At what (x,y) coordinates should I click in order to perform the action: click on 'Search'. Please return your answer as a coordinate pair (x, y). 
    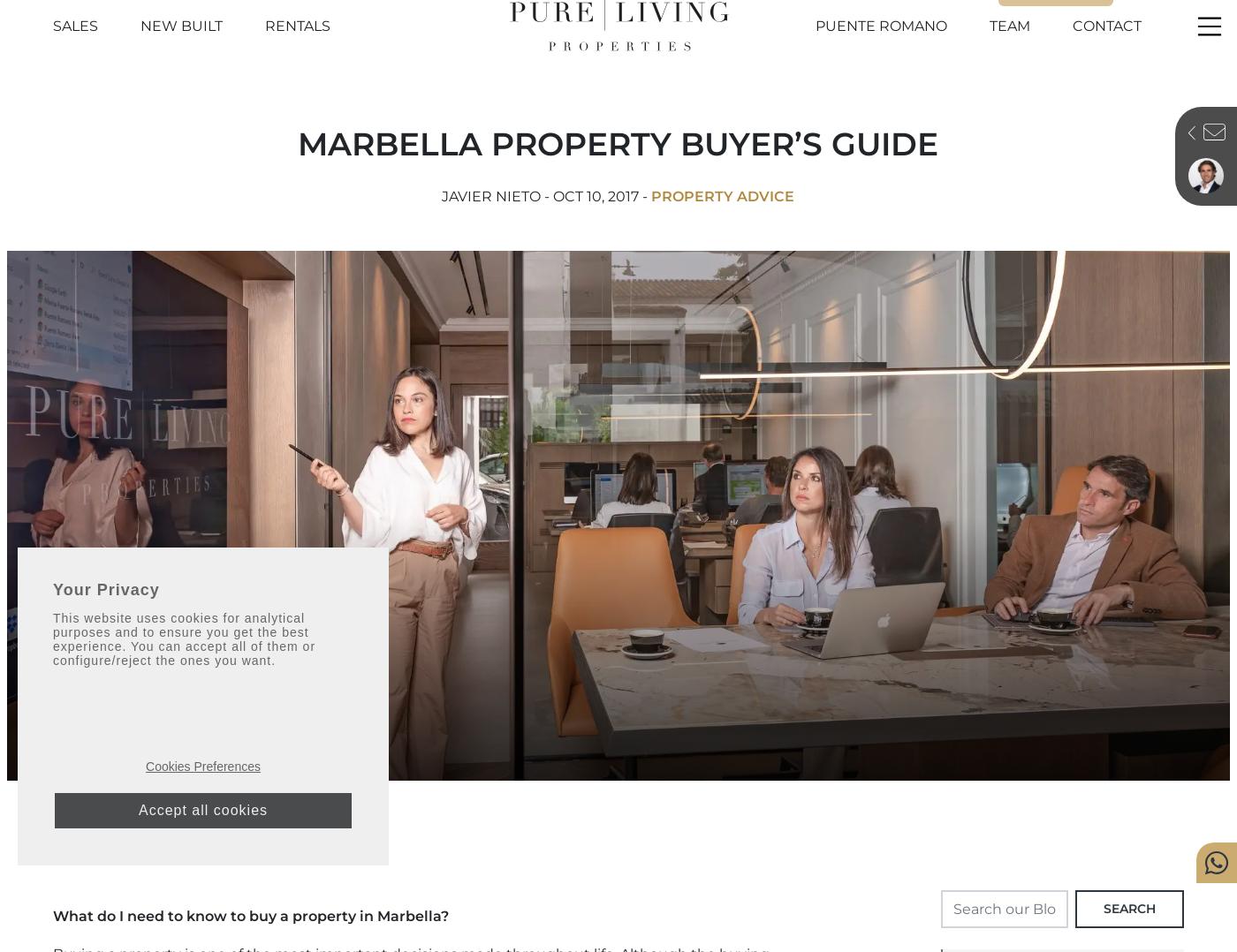
    Looking at the image, I should click on (1129, 906).